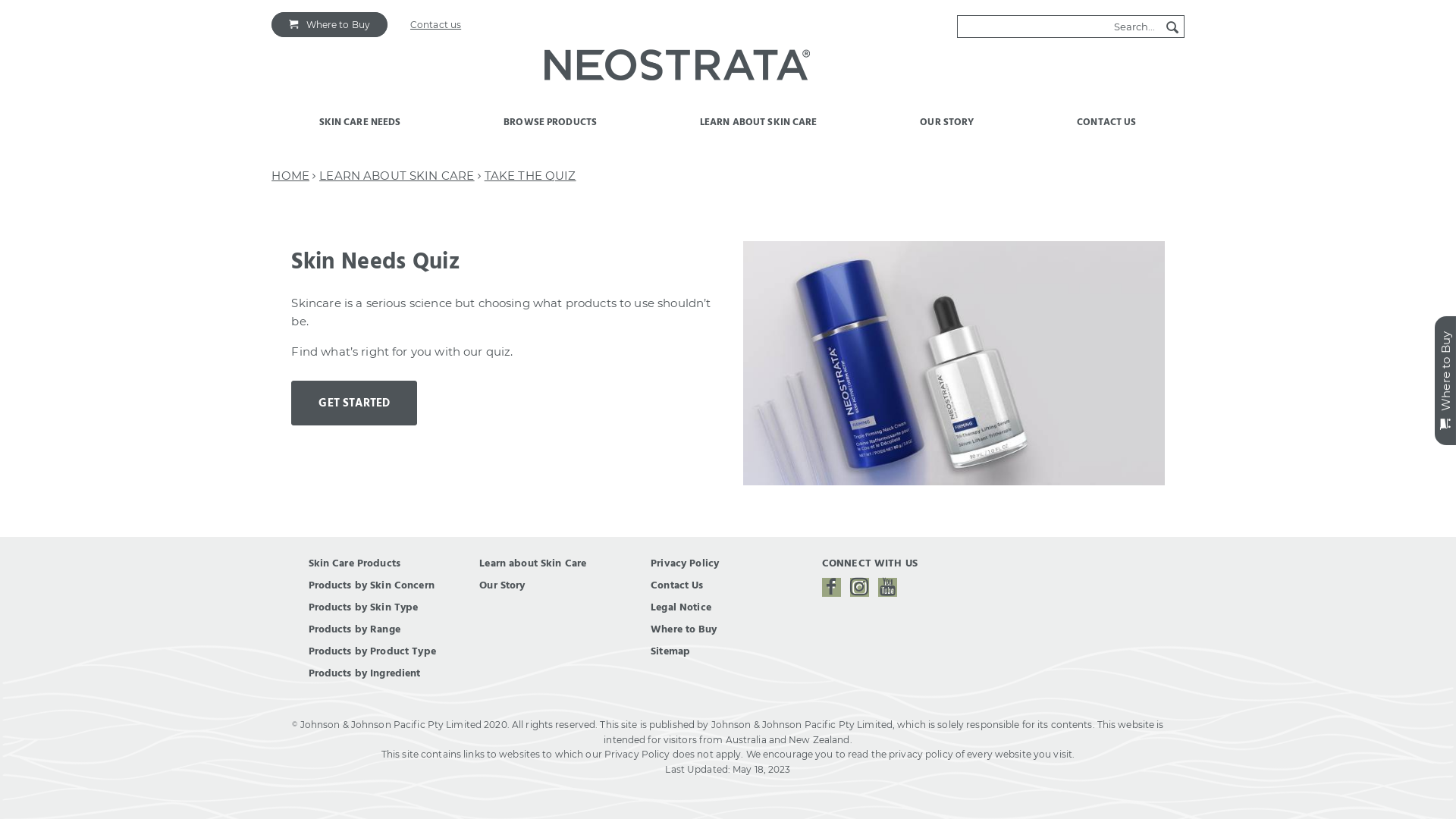 The image size is (1456, 819). Describe the element at coordinates (651, 607) in the screenshot. I see `'Legal Notice'` at that location.